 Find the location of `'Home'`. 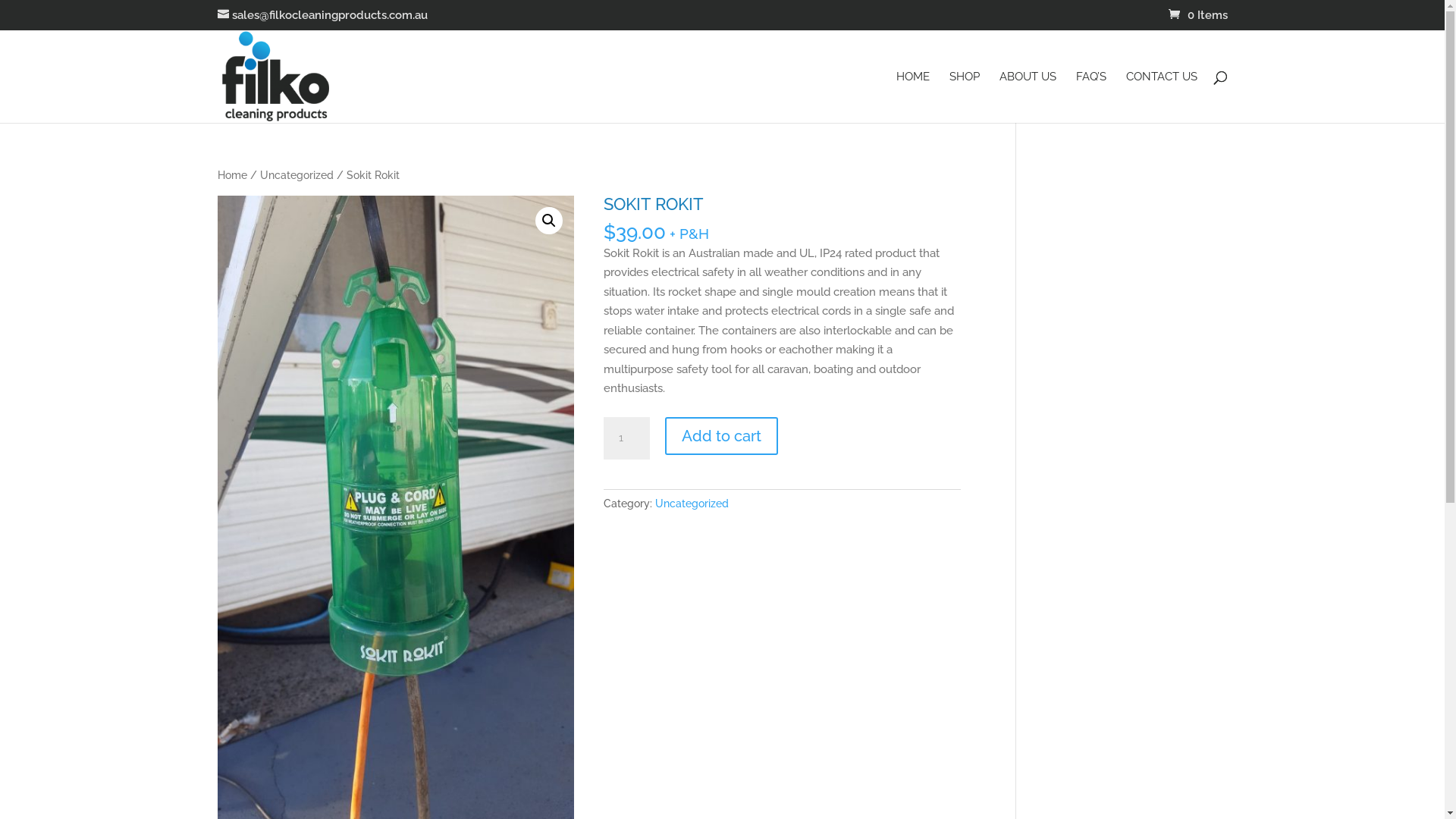

'Home' is located at coordinates (231, 174).